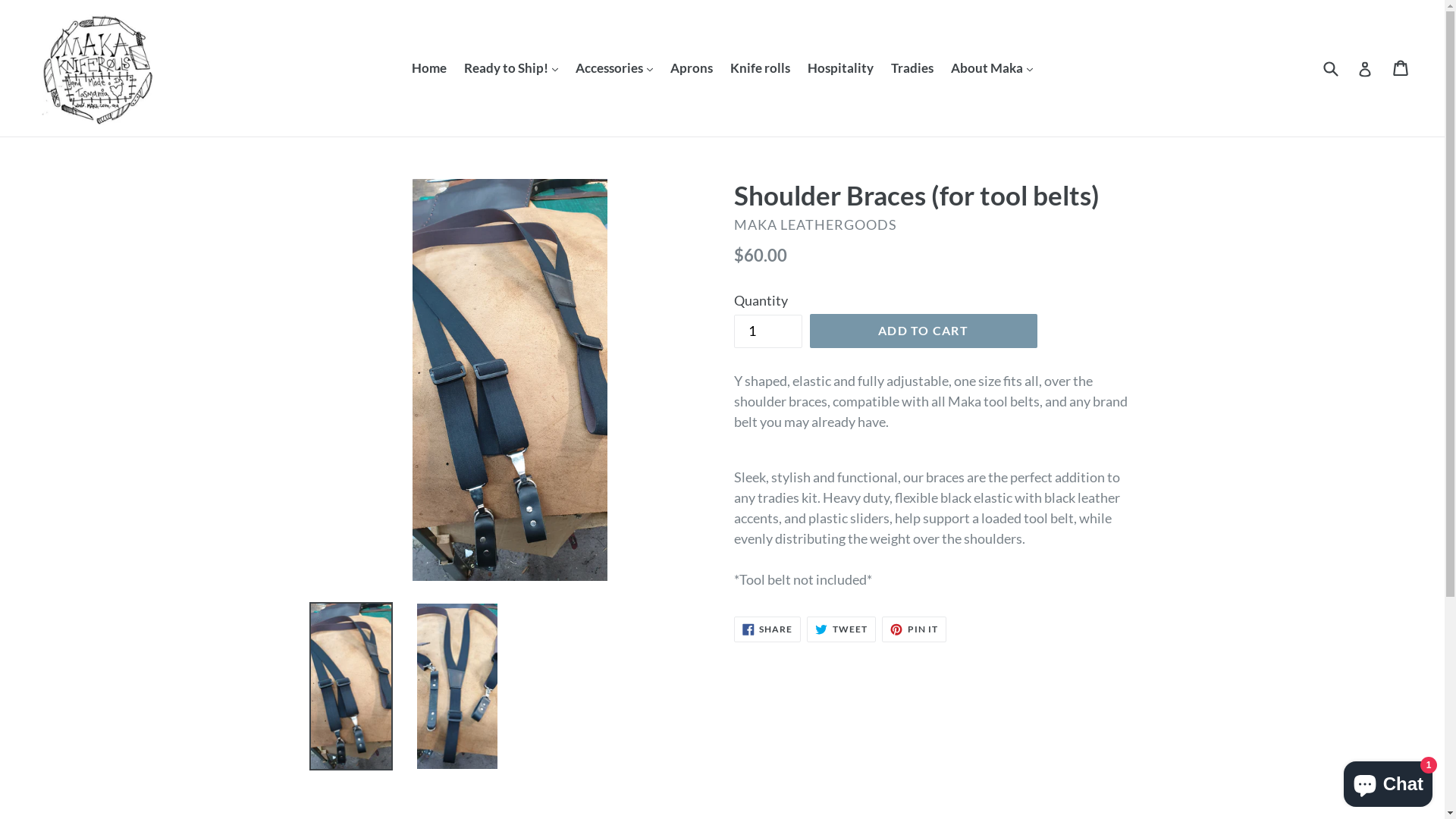  I want to click on 'PIN IT, so click(913, 629).